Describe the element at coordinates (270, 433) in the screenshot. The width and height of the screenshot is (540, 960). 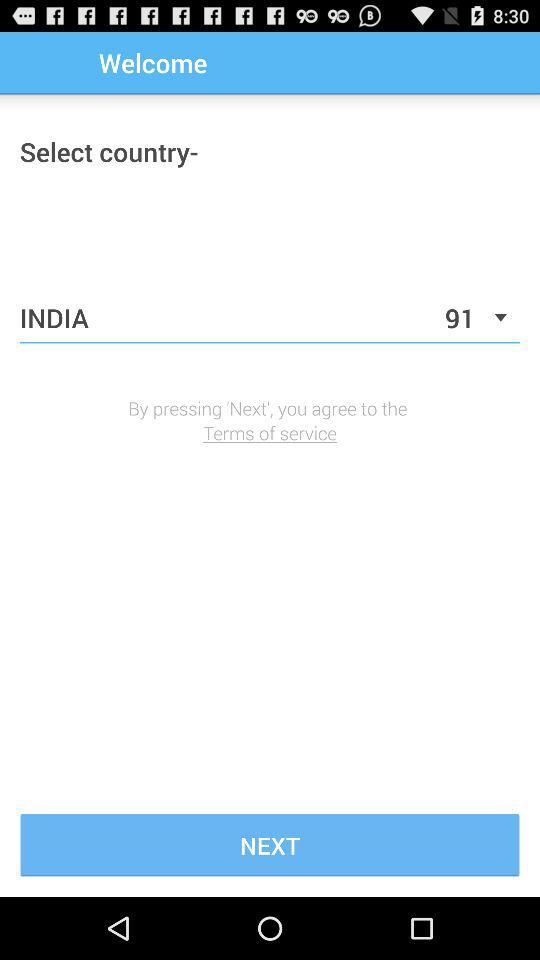
I see `terms of service icon` at that location.